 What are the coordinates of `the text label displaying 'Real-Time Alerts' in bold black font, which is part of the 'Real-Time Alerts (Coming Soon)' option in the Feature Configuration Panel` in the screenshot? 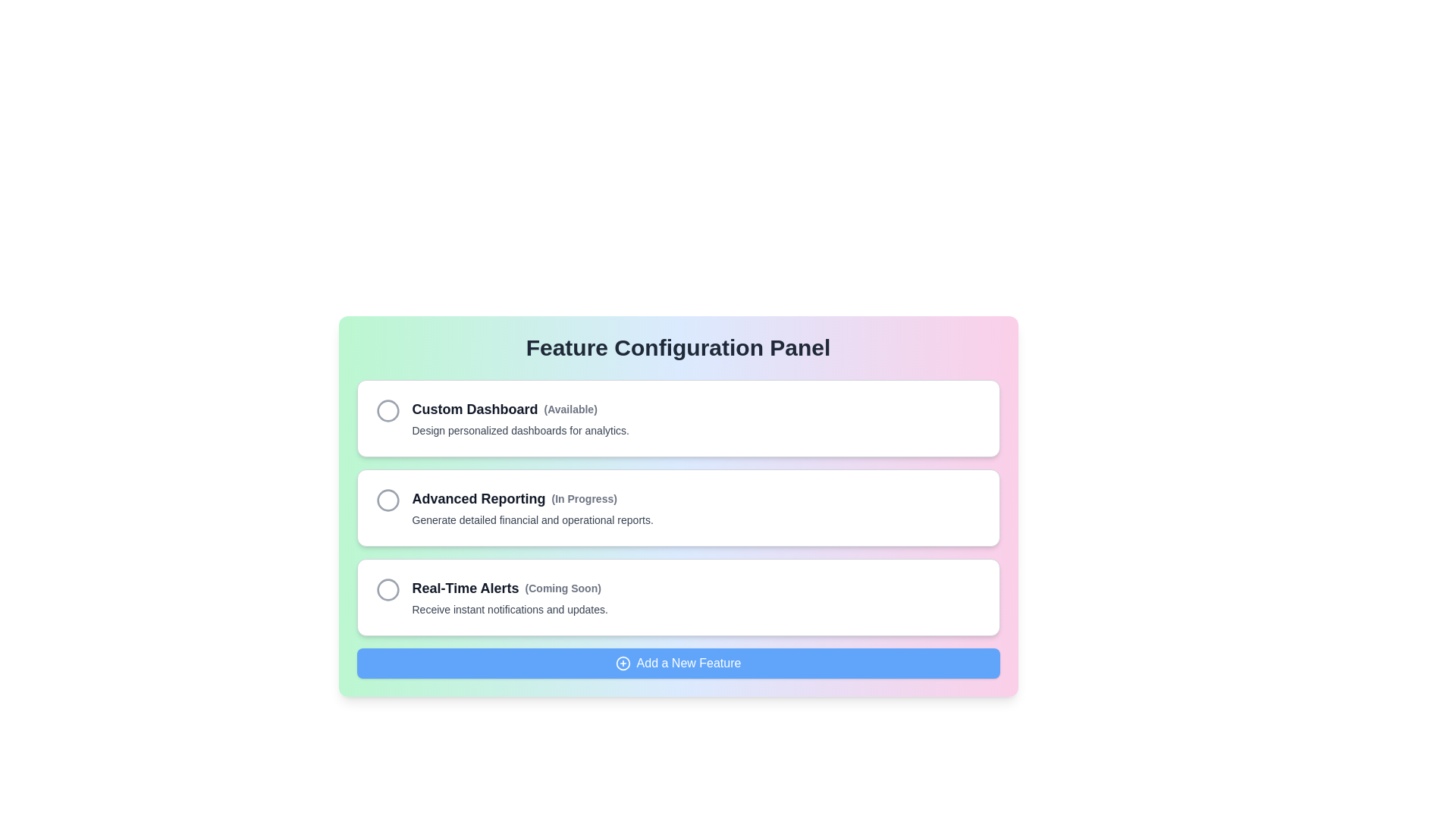 It's located at (465, 587).